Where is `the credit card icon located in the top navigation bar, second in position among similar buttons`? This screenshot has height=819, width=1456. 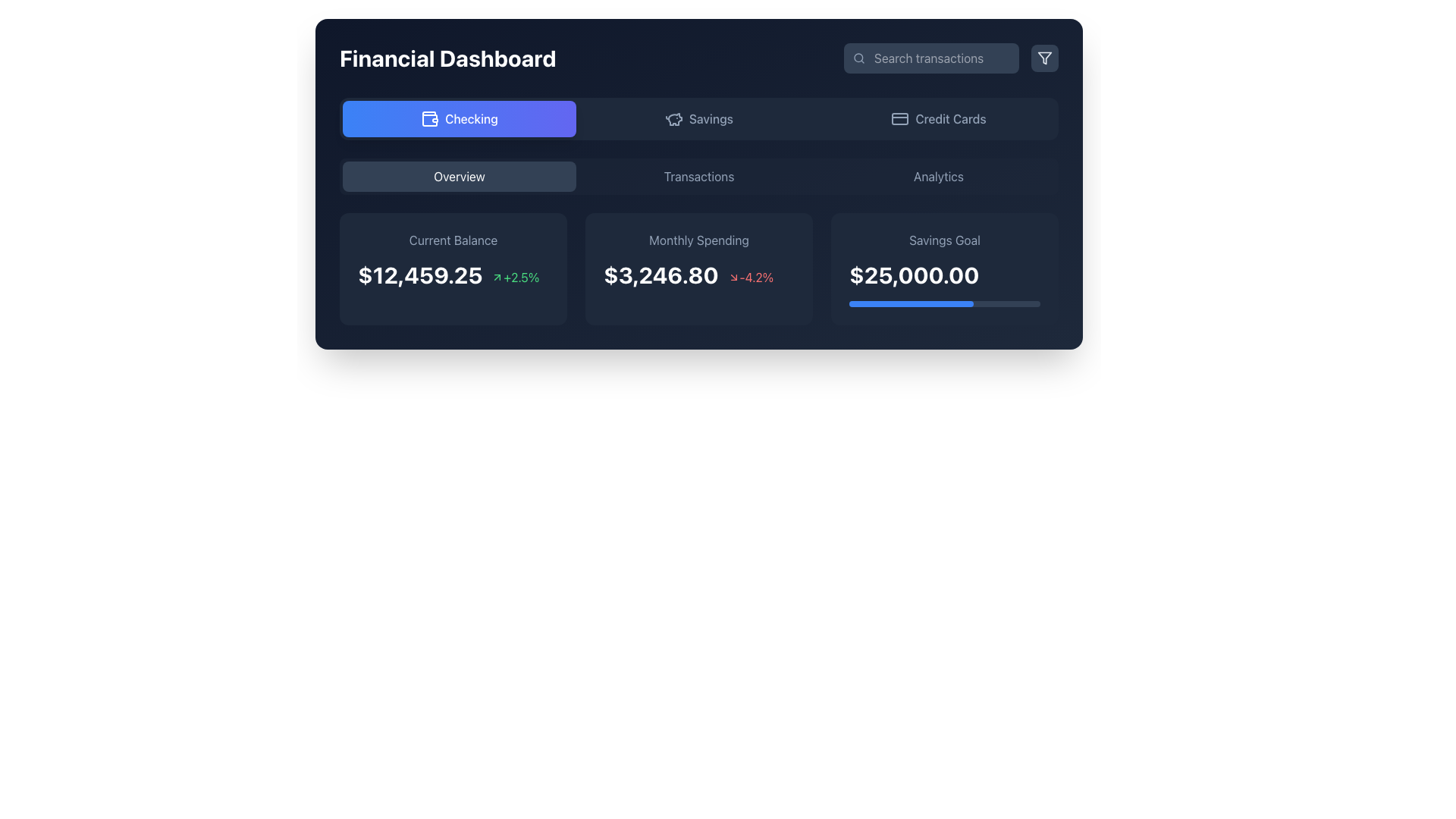
the credit card icon located in the top navigation bar, second in position among similar buttons is located at coordinates (900, 118).